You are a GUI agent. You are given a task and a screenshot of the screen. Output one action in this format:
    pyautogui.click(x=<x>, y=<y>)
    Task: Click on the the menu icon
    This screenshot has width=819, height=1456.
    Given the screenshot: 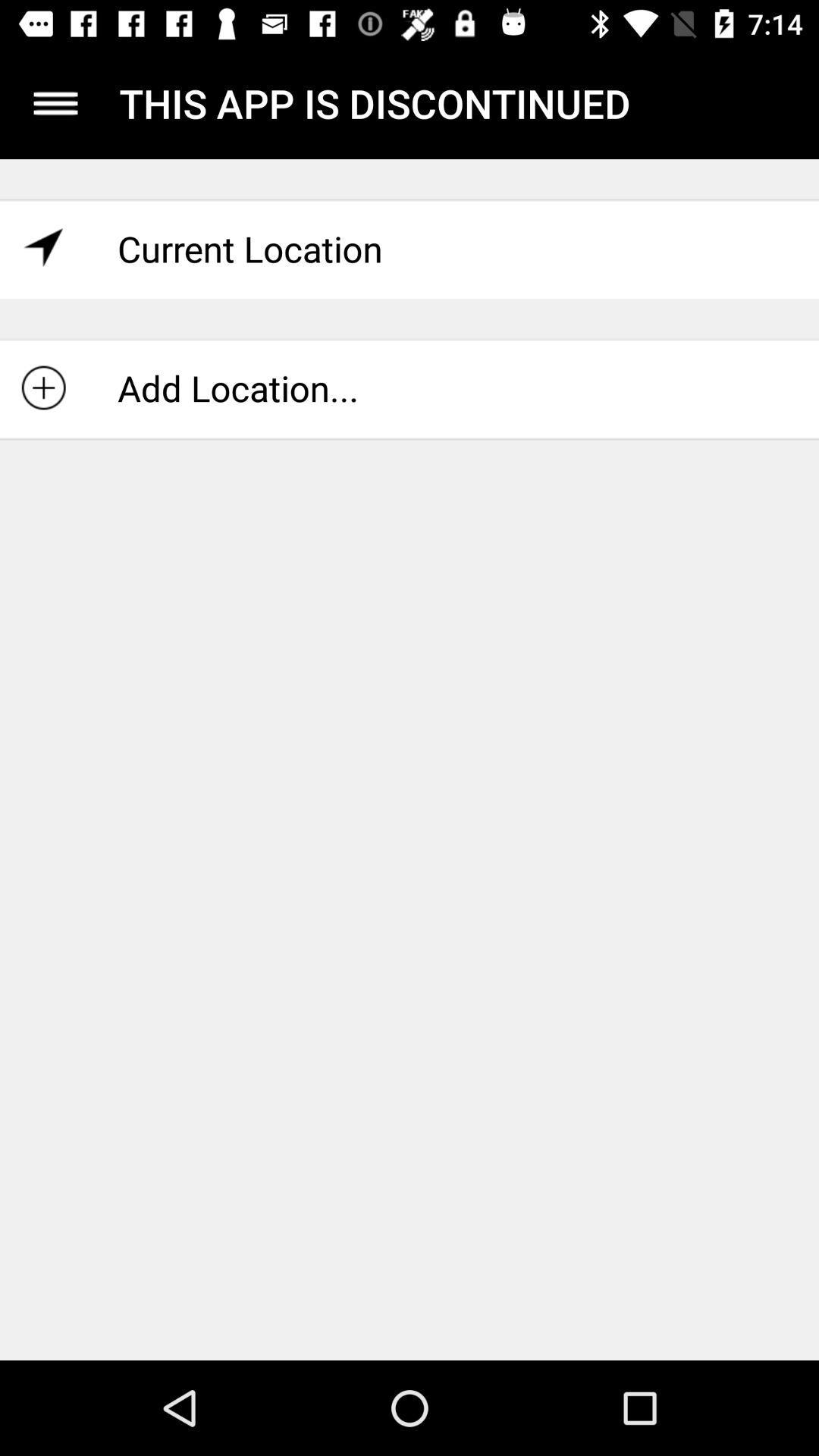 What is the action you would take?
    pyautogui.click(x=55, y=102)
    